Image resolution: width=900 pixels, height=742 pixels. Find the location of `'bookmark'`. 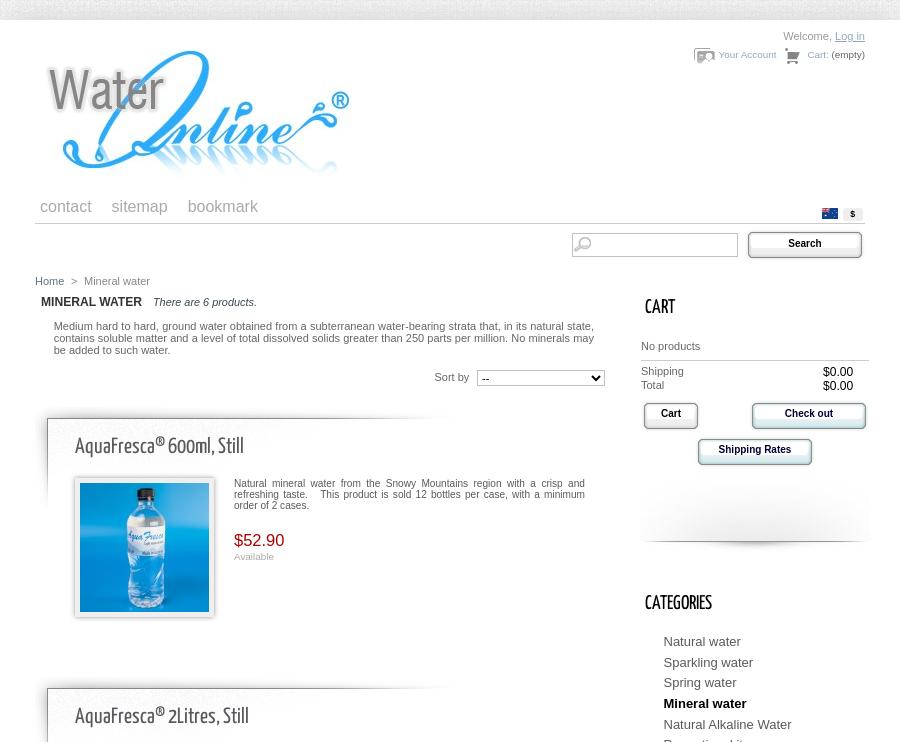

'bookmark' is located at coordinates (222, 206).